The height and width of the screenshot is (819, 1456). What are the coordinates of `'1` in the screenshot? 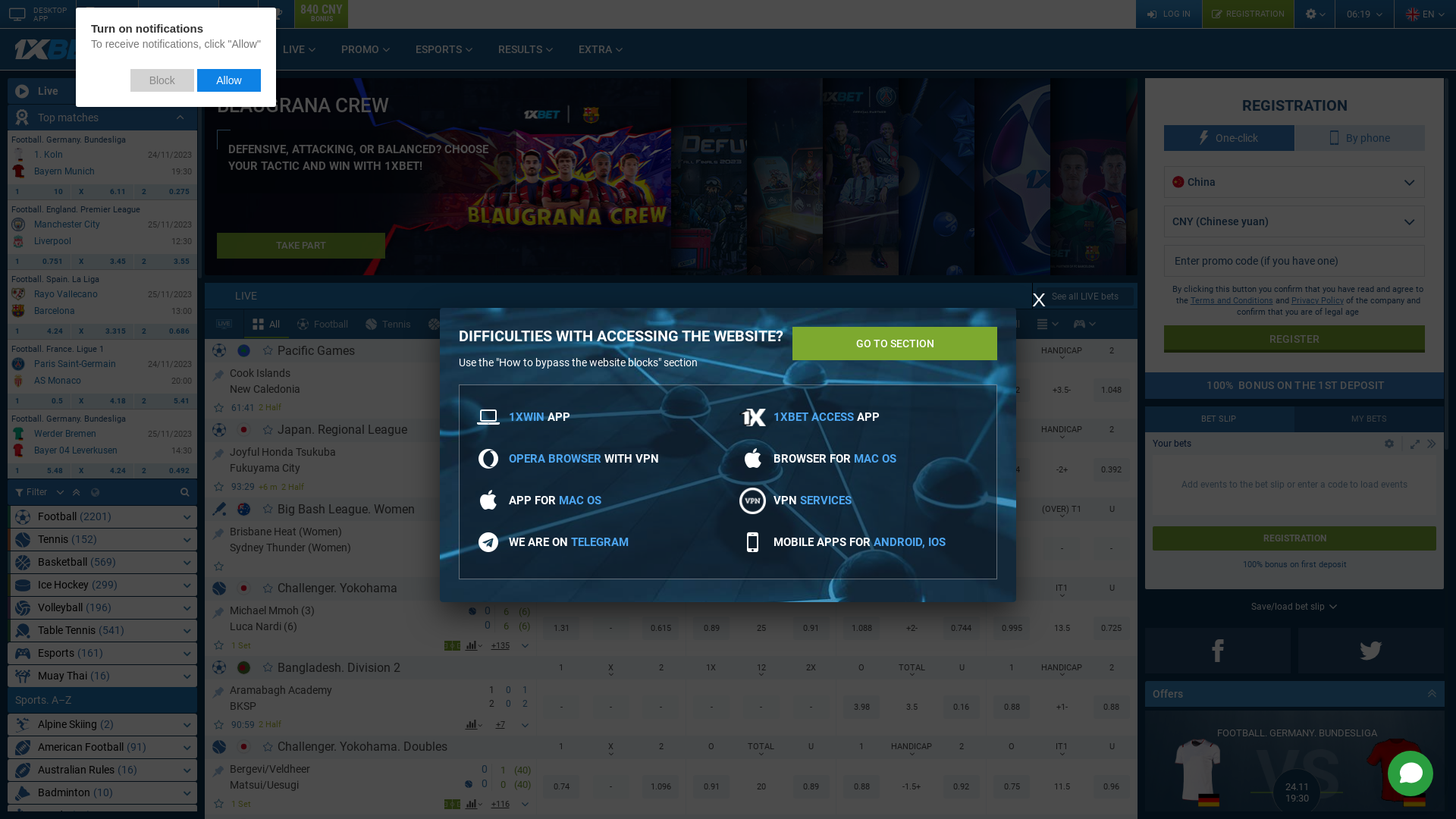 It's located at (39, 330).